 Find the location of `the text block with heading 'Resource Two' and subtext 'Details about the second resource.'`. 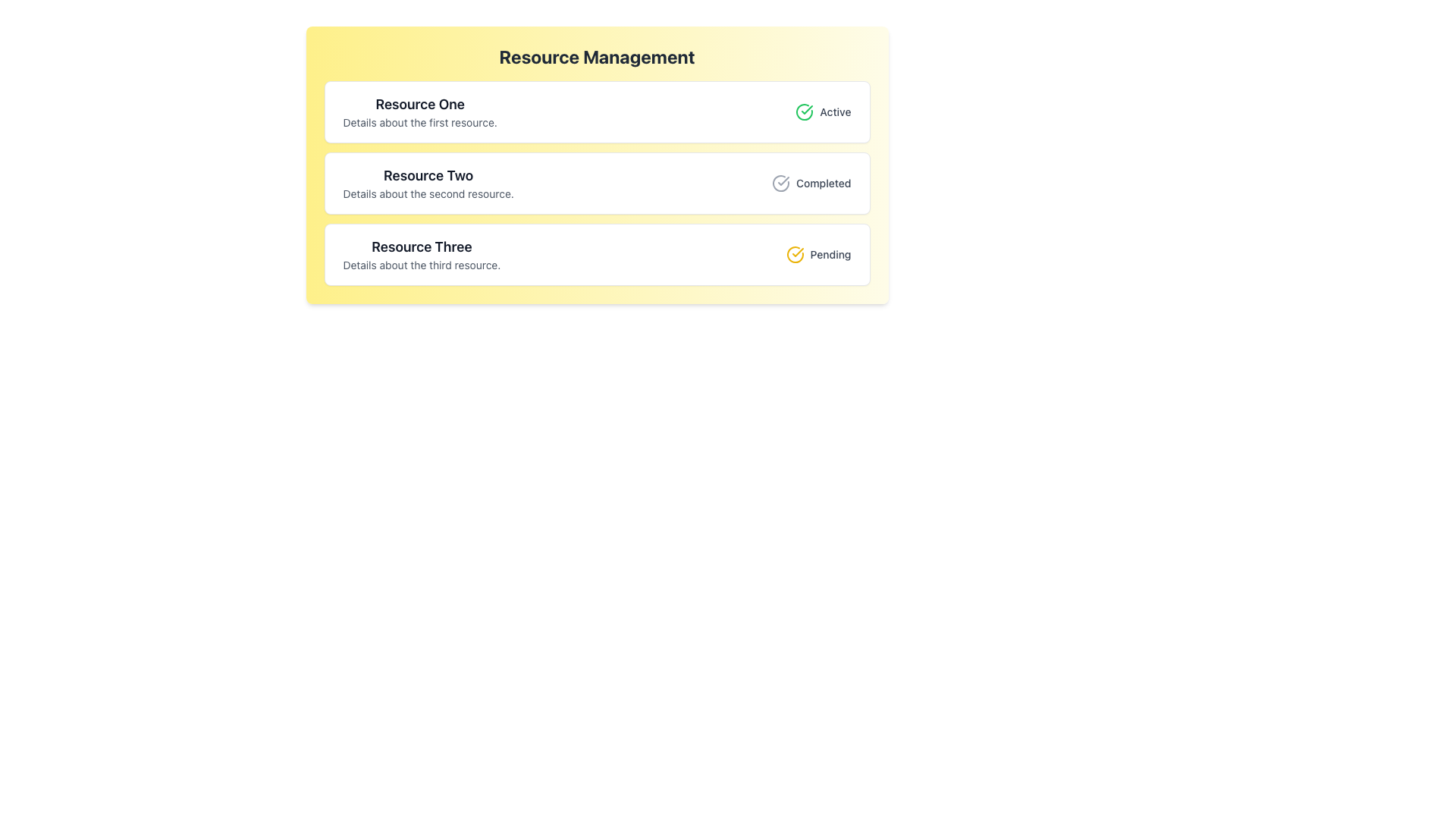

the text block with heading 'Resource Two' and subtext 'Details about the second resource.' is located at coordinates (428, 183).